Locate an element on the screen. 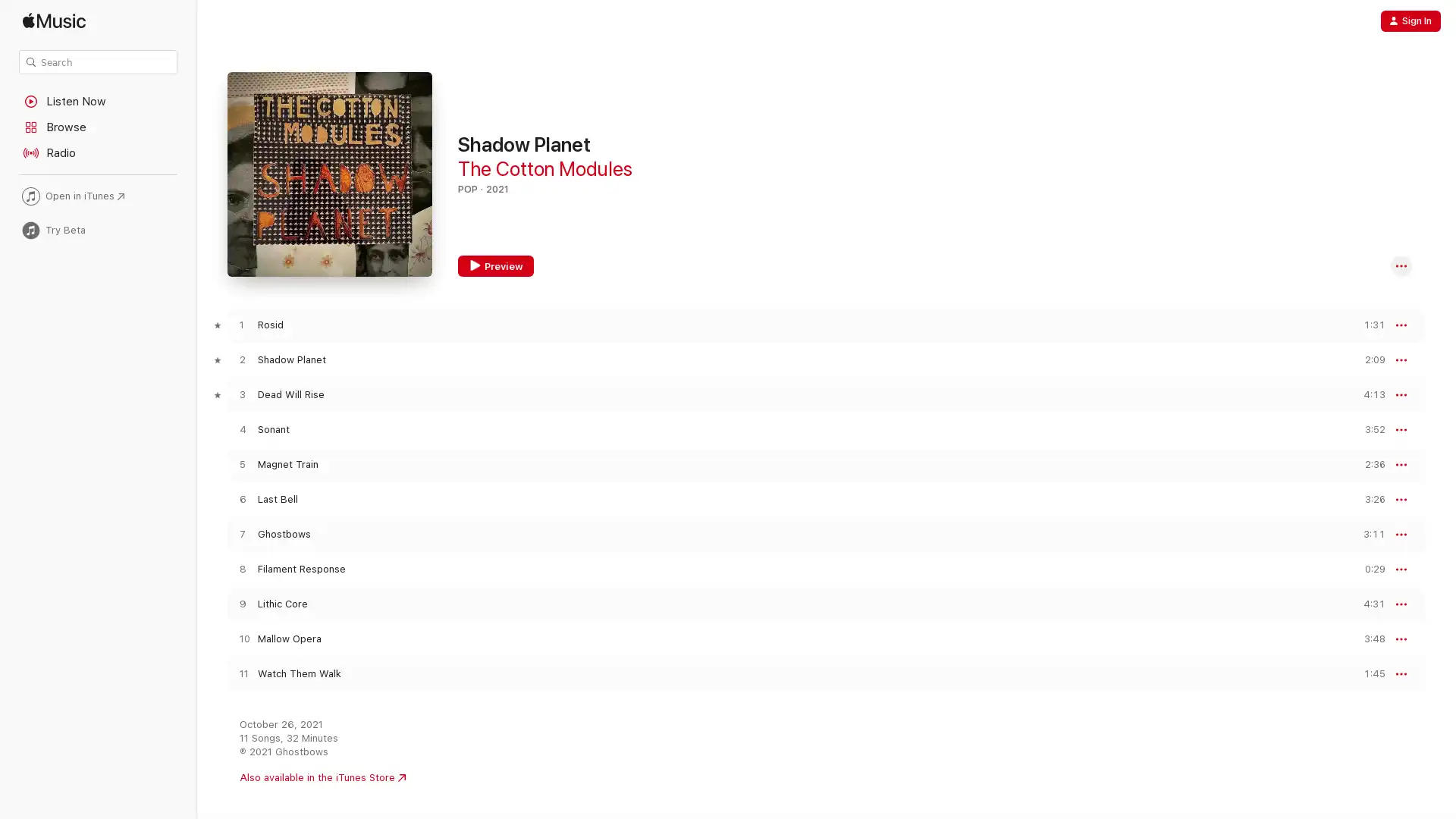 The image size is (1456, 819). Sign In is located at coordinates (1410, 20).